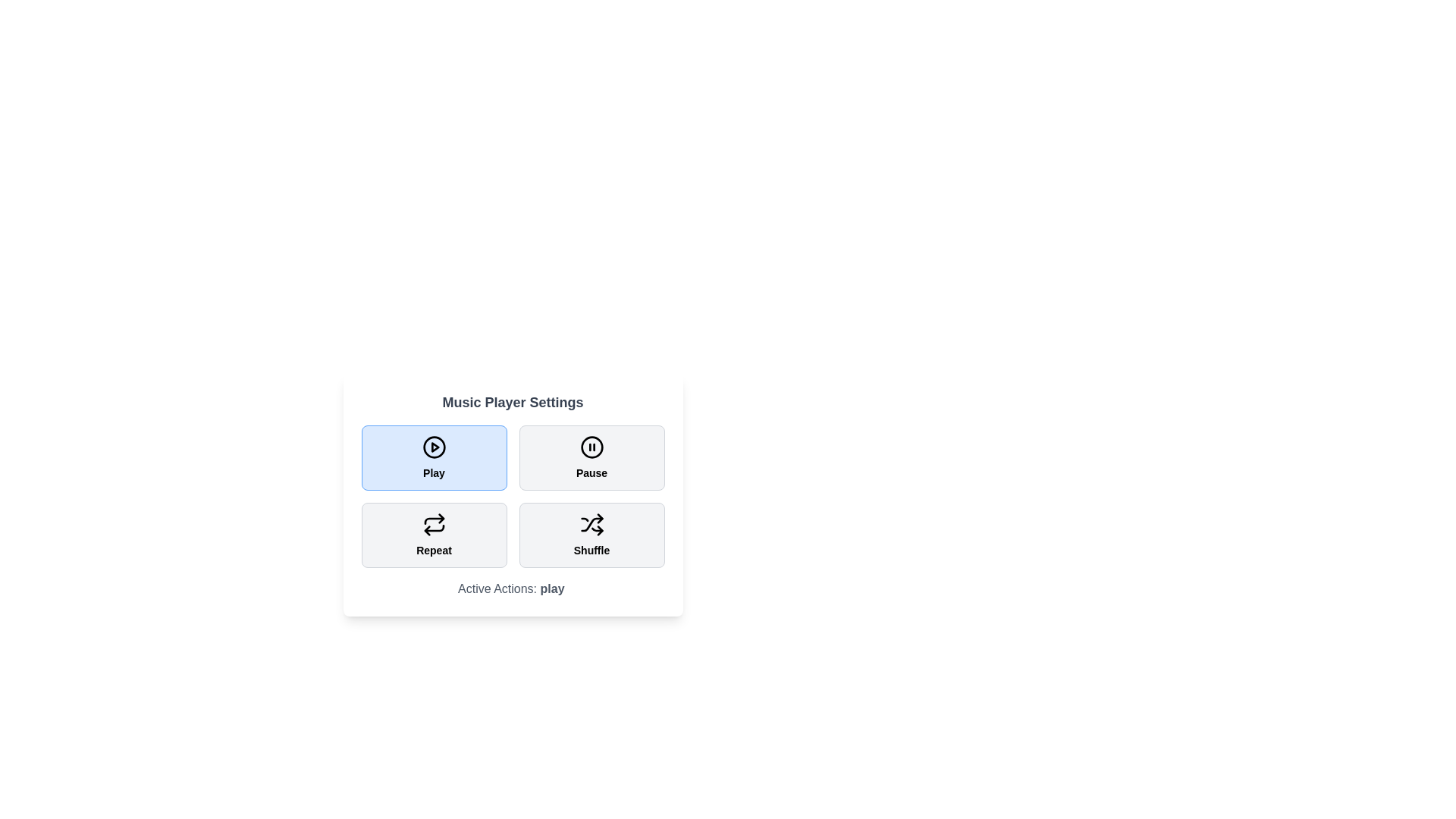  Describe the element at coordinates (433, 534) in the screenshot. I see `the Repeat button to toggle the repeat action` at that location.